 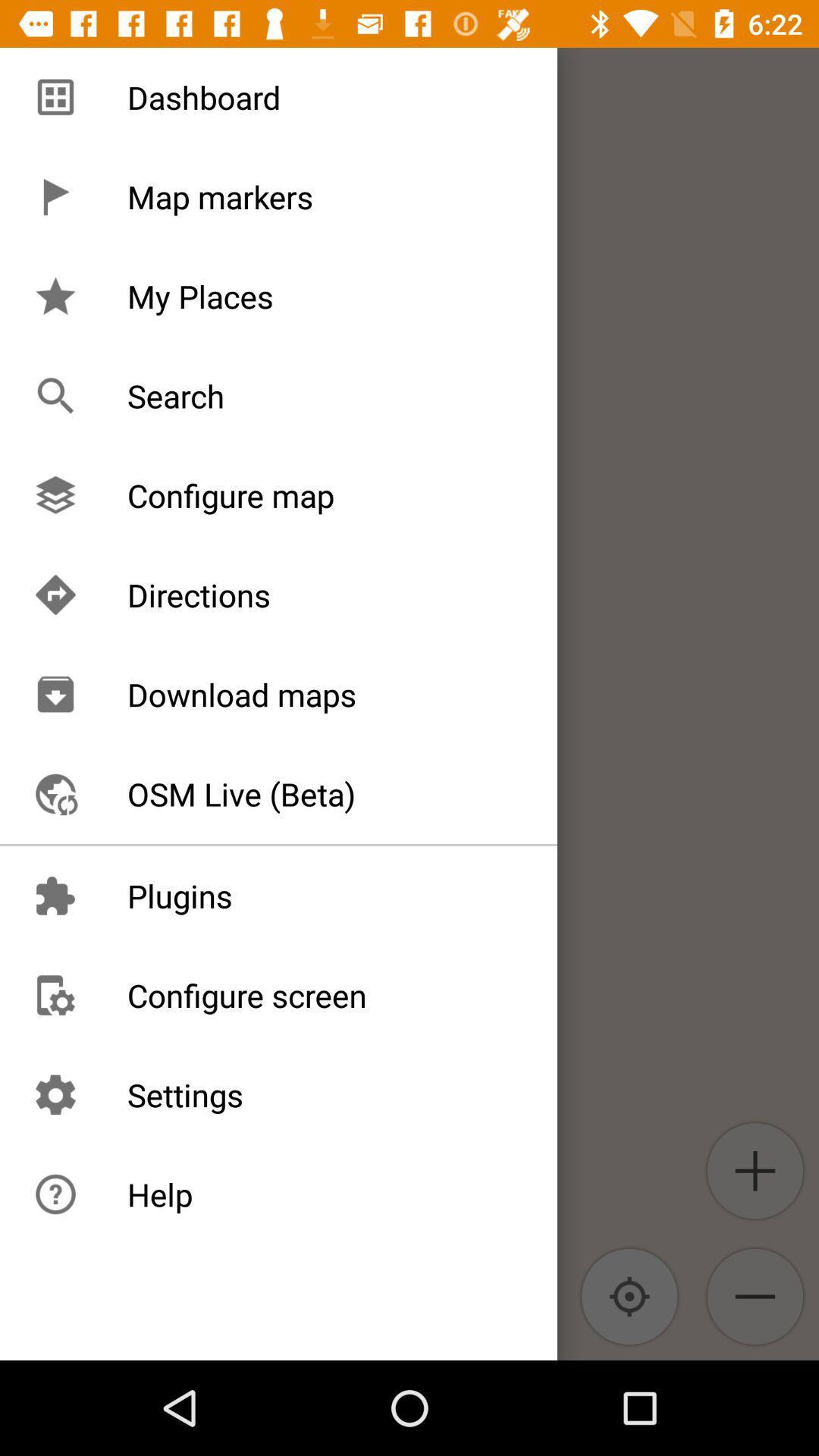 I want to click on the location_crosshair icon, so click(x=629, y=1295).